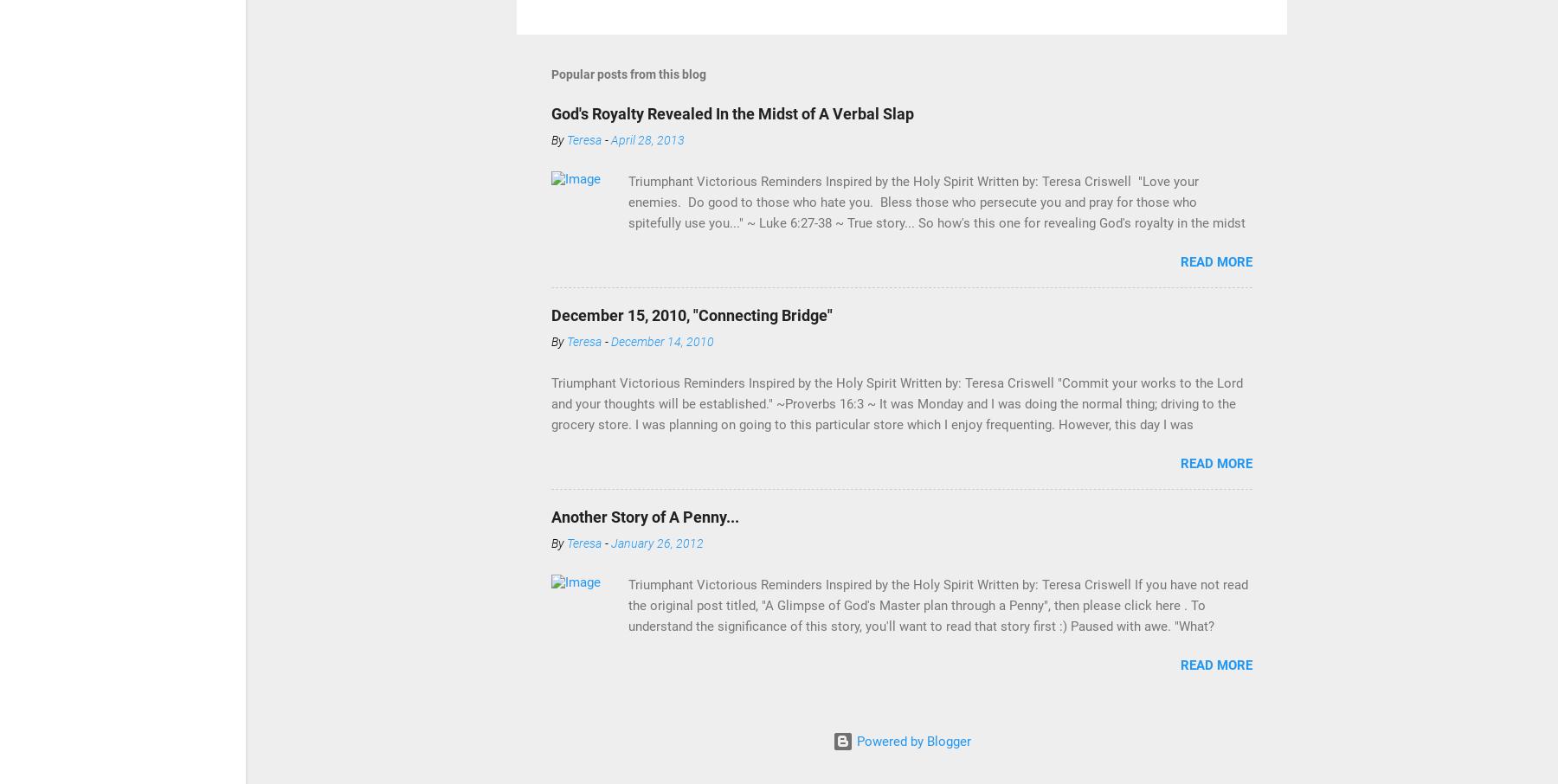  Describe the element at coordinates (732, 112) in the screenshot. I see `'God's Royalty Revealed In the Midst of A Verbal Slap'` at that location.